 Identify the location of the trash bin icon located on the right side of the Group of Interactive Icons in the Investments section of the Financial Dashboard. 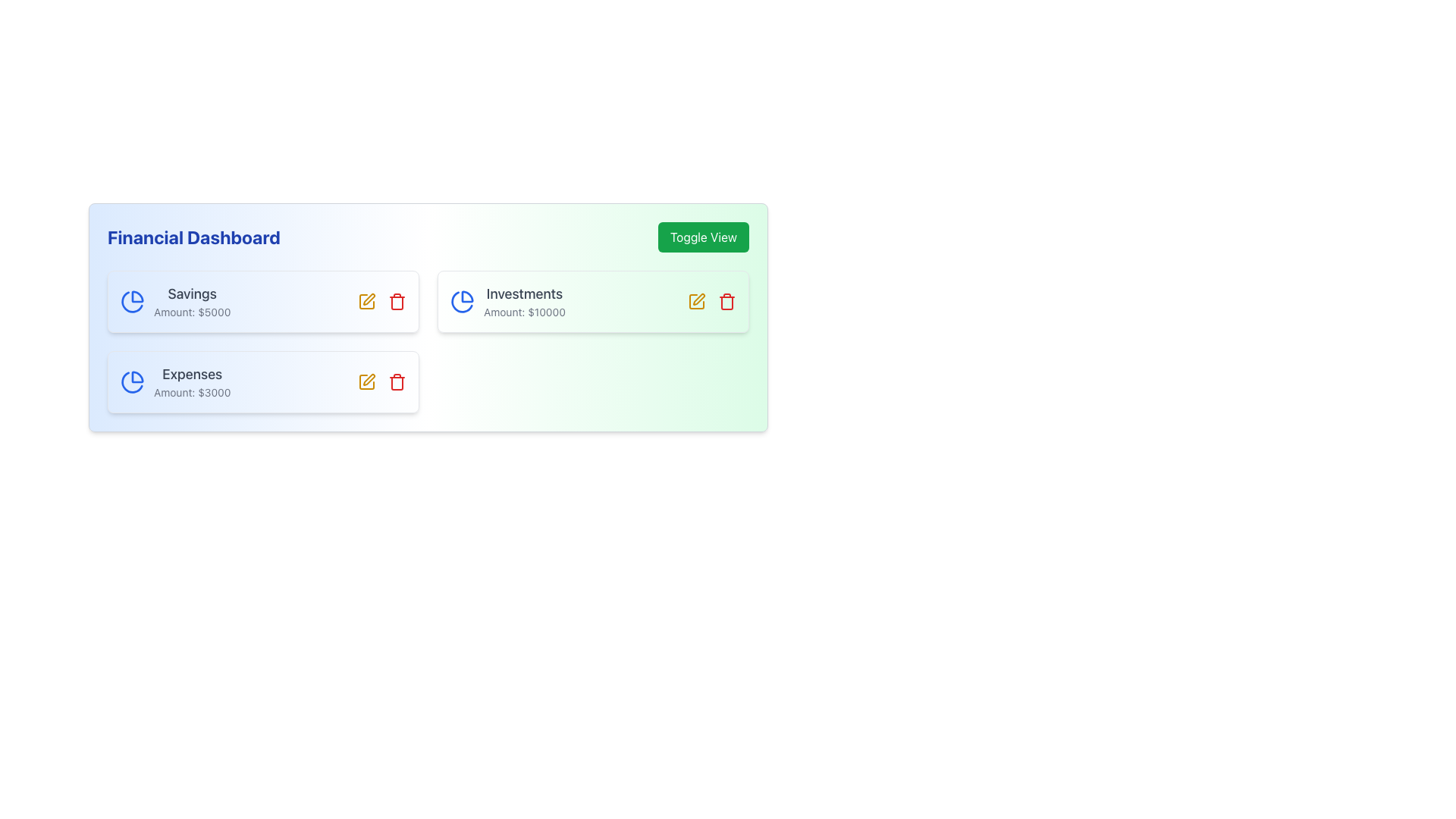
(711, 301).